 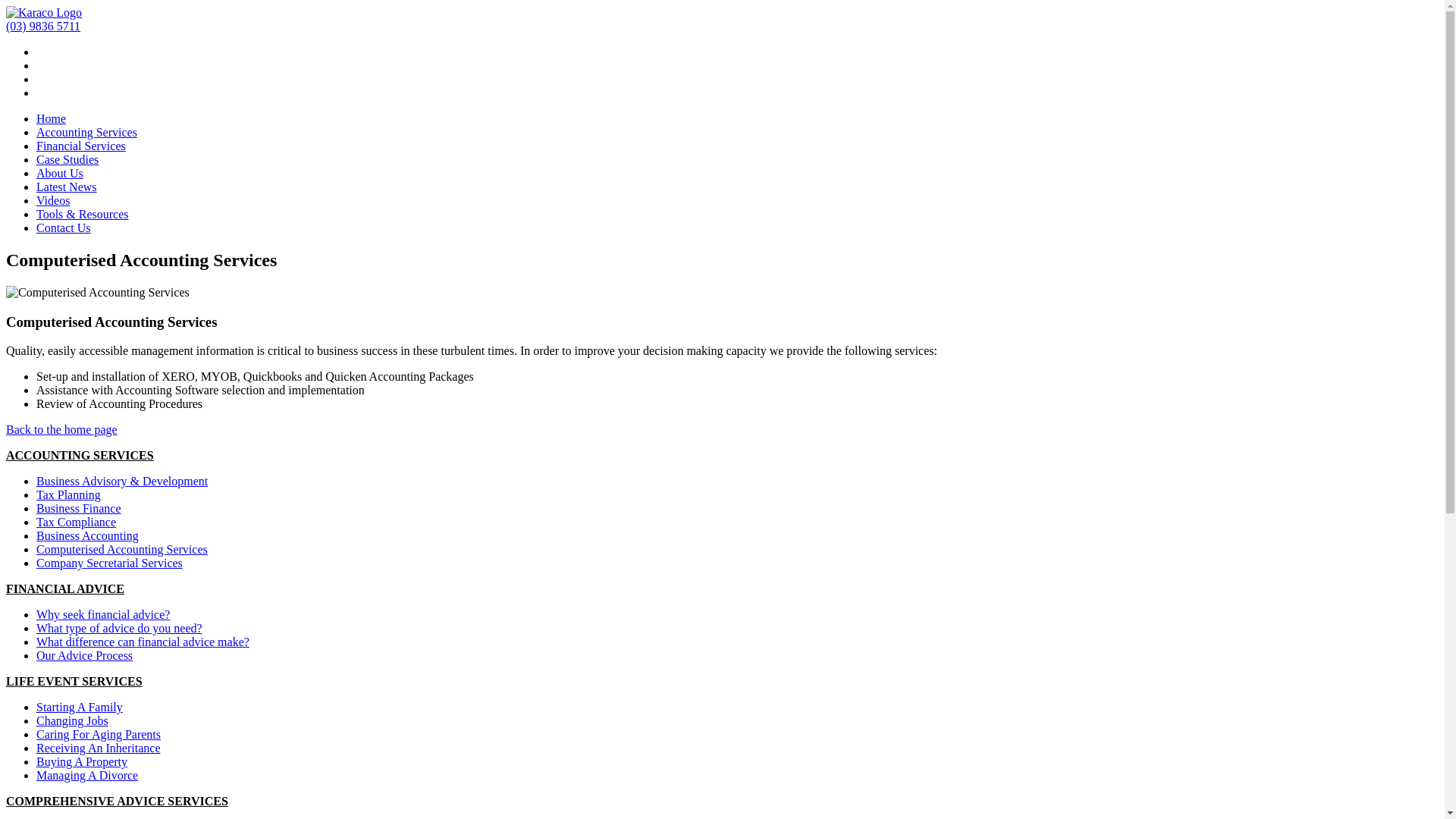 What do you see at coordinates (75, 521) in the screenshot?
I see `'Tax Compliance'` at bounding box center [75, 521].